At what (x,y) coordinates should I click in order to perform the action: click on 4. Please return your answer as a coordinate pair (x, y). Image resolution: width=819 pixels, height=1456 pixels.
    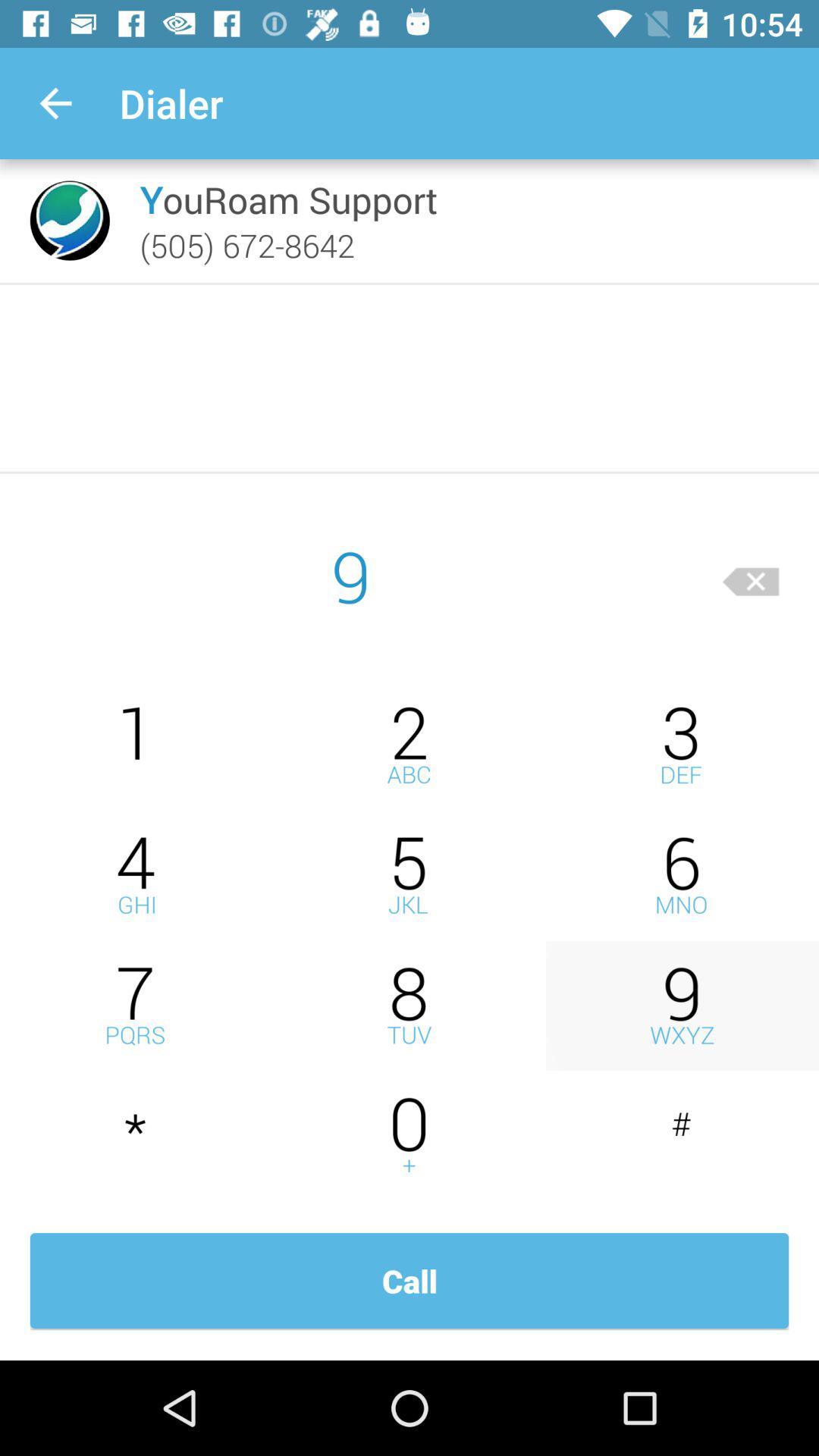
    Looking at the image, I should click on (136, 875).